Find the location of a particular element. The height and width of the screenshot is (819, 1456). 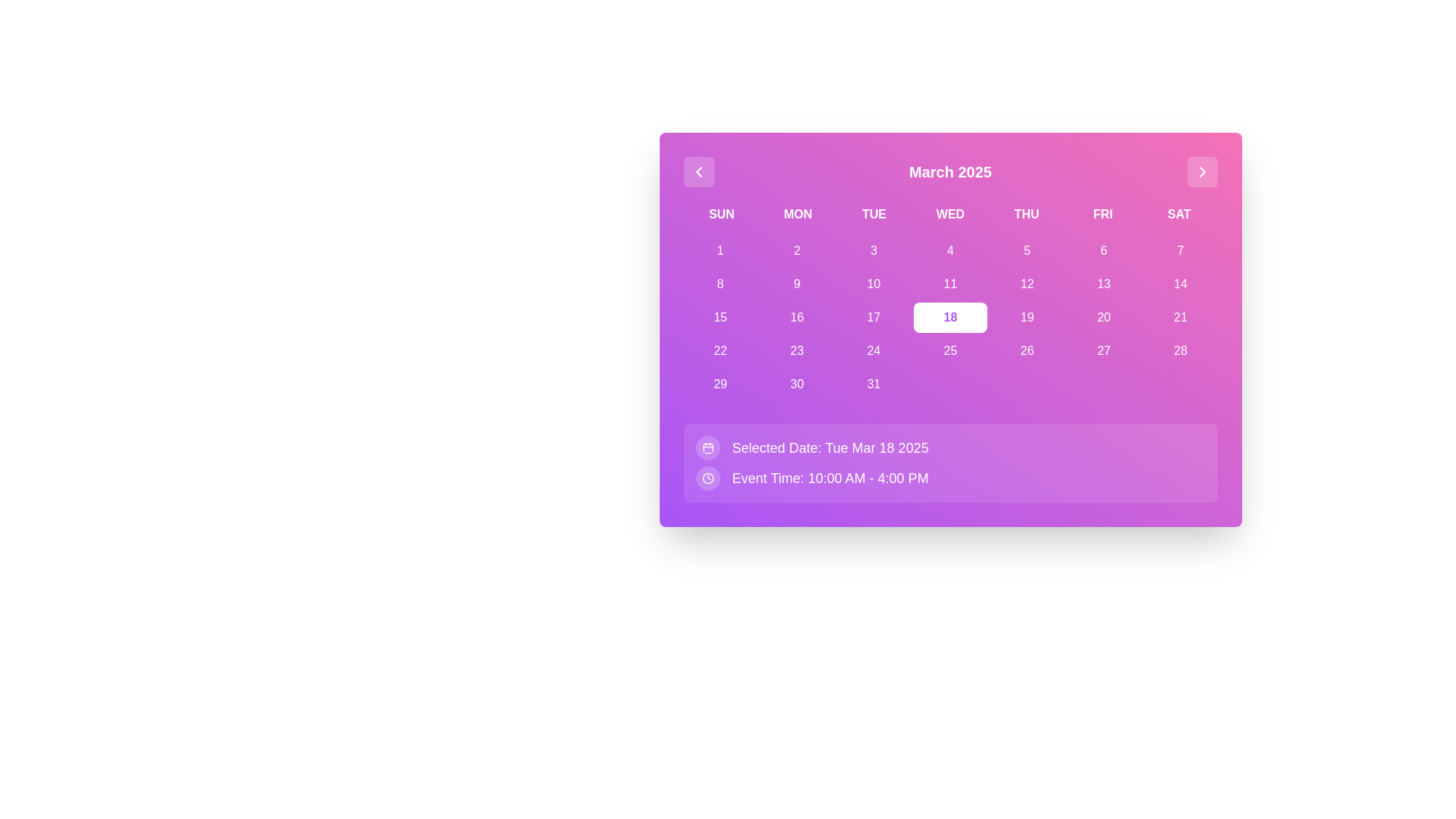

the Text label indicating Wednesday, which is the fourth element in the horizontal row of days in the calendar header is located at coordinates (949, 214).